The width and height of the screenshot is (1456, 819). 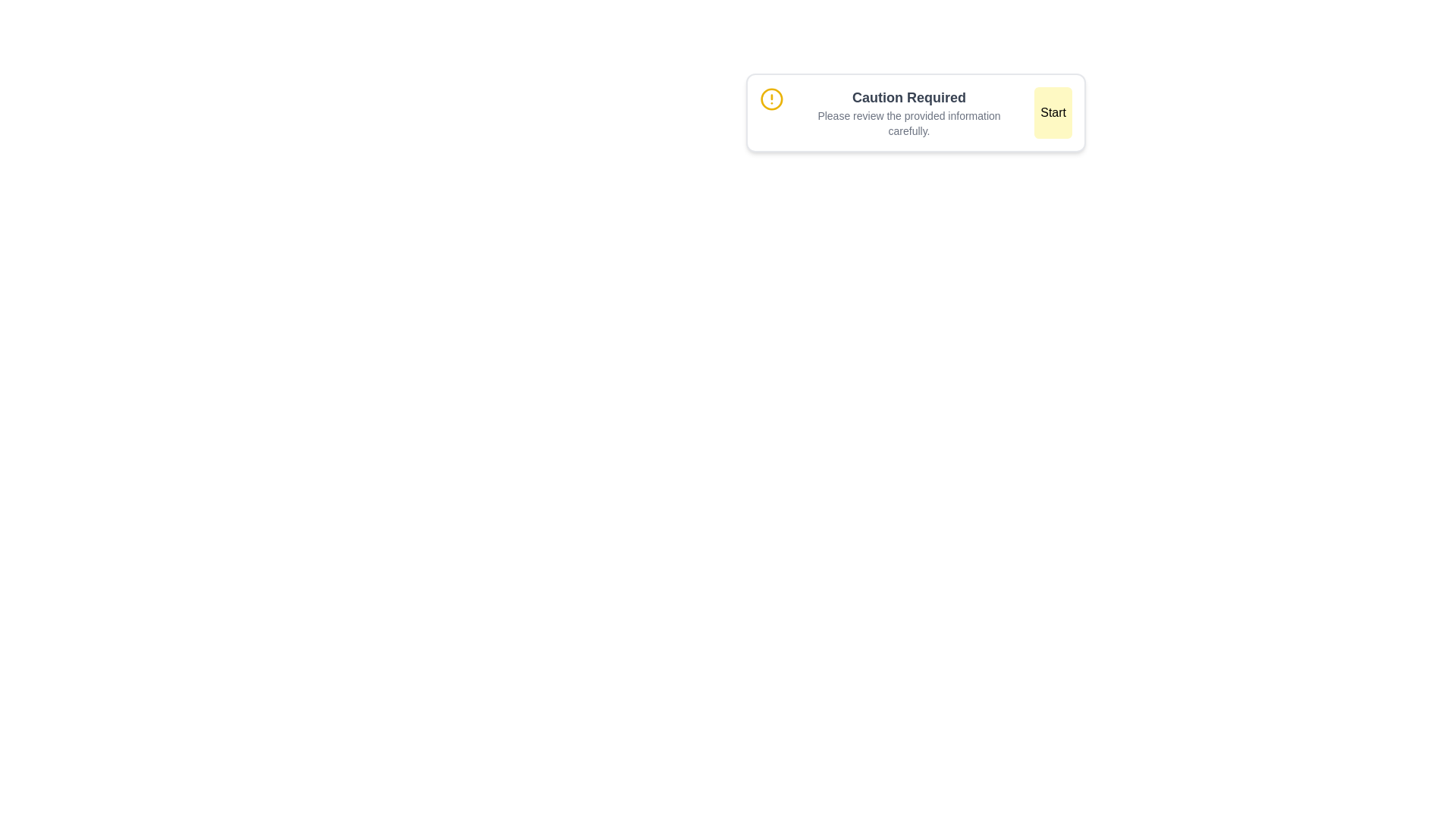 I want to click on the static text displaying 'Please review the provided information carefully', which is located beneath the bold heading 'Caution Required', so click(x=909, y=122).